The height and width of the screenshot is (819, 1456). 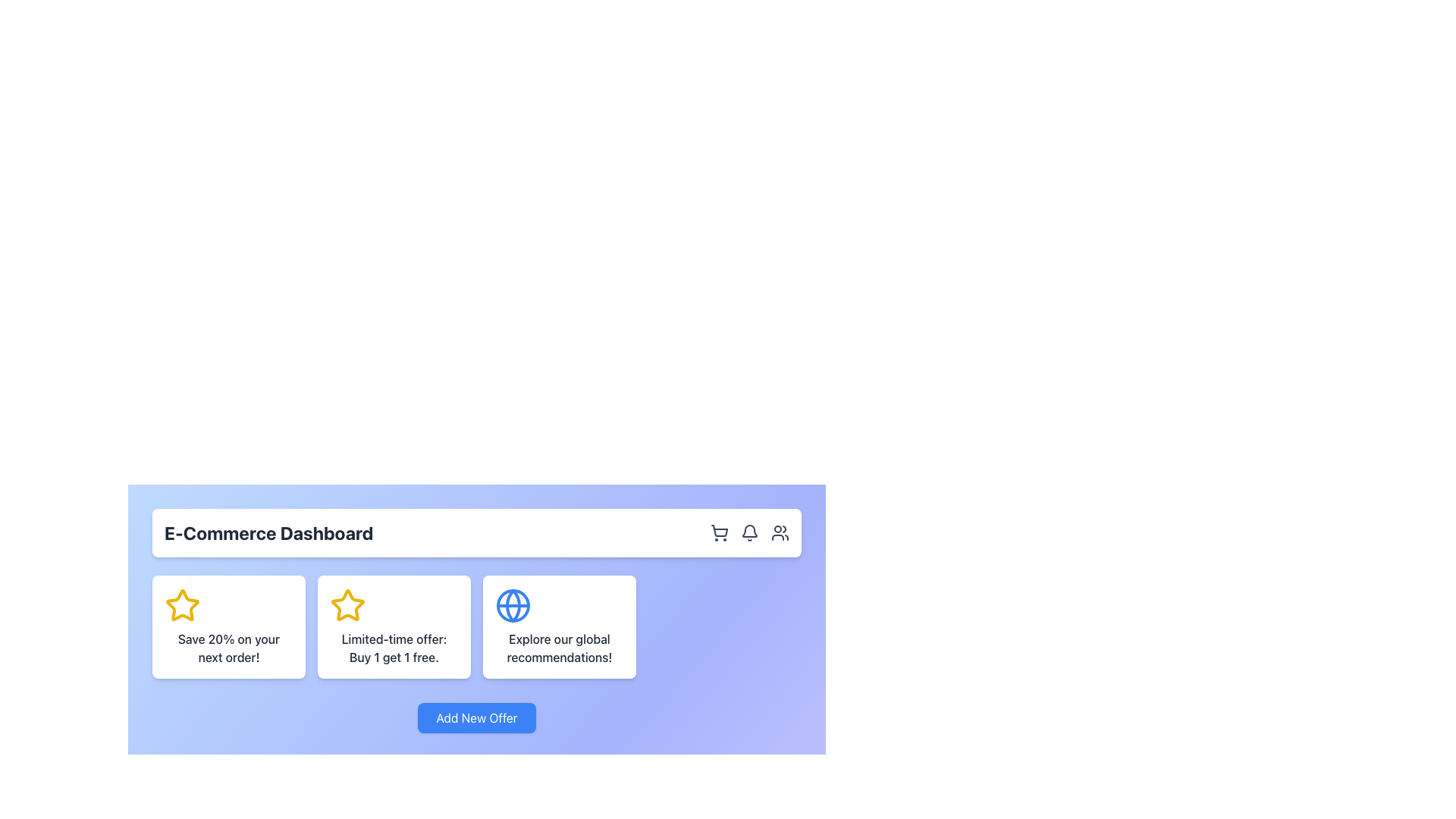 I want to click on text label displaying 'Explore our global recommendations!' located below the blue globe icon in the bottom right card of the interface, so click(x=559, y=648).